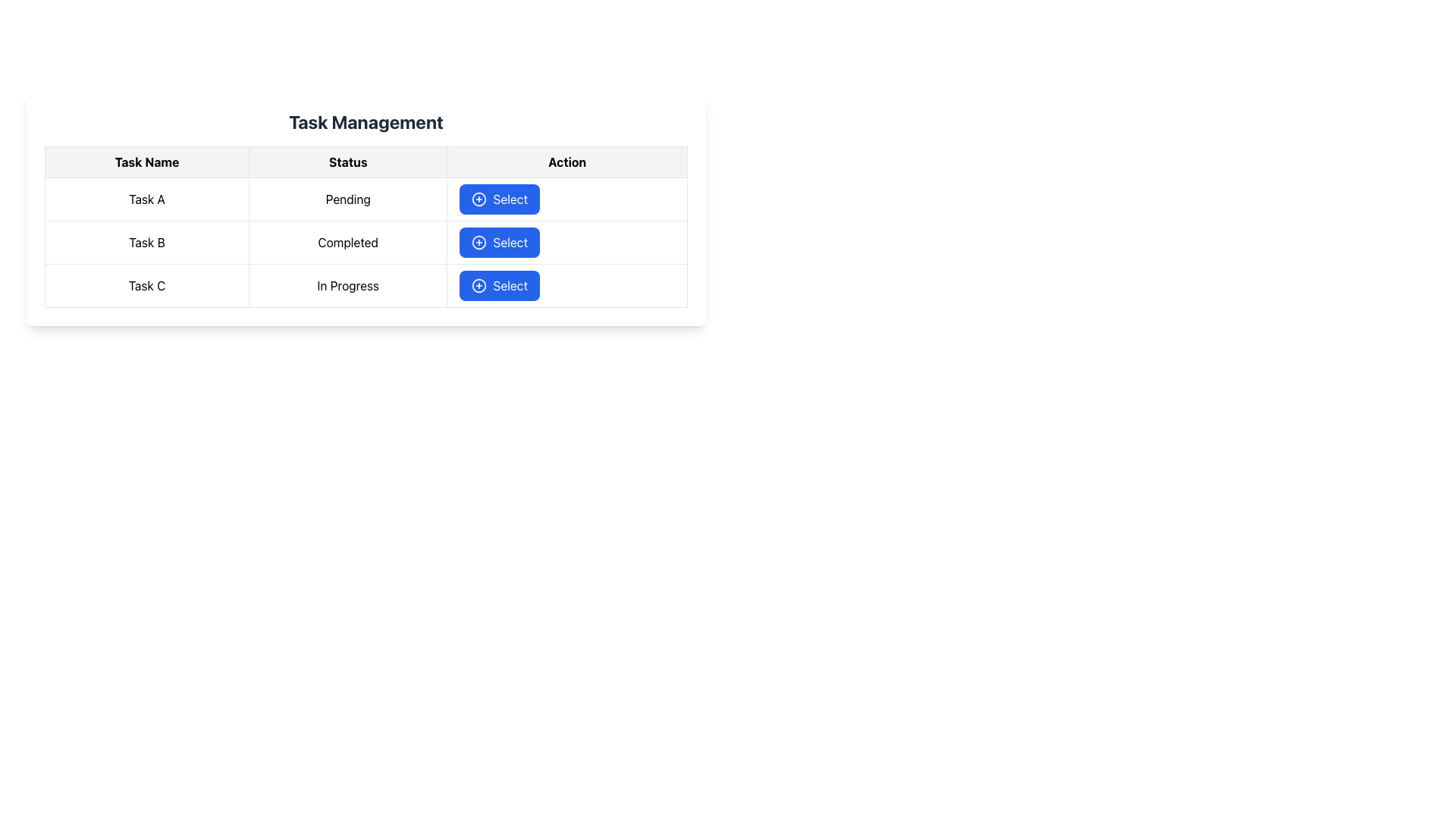 This screenshot has width=1456, height=819. Describe the element at coordinates (479, 242) in the screenshot. I see `the circular icon with a plus sign inside, which is part of the 'Select' button located in the second column under the 'Action' heading, to initiate a selection action` at that location.